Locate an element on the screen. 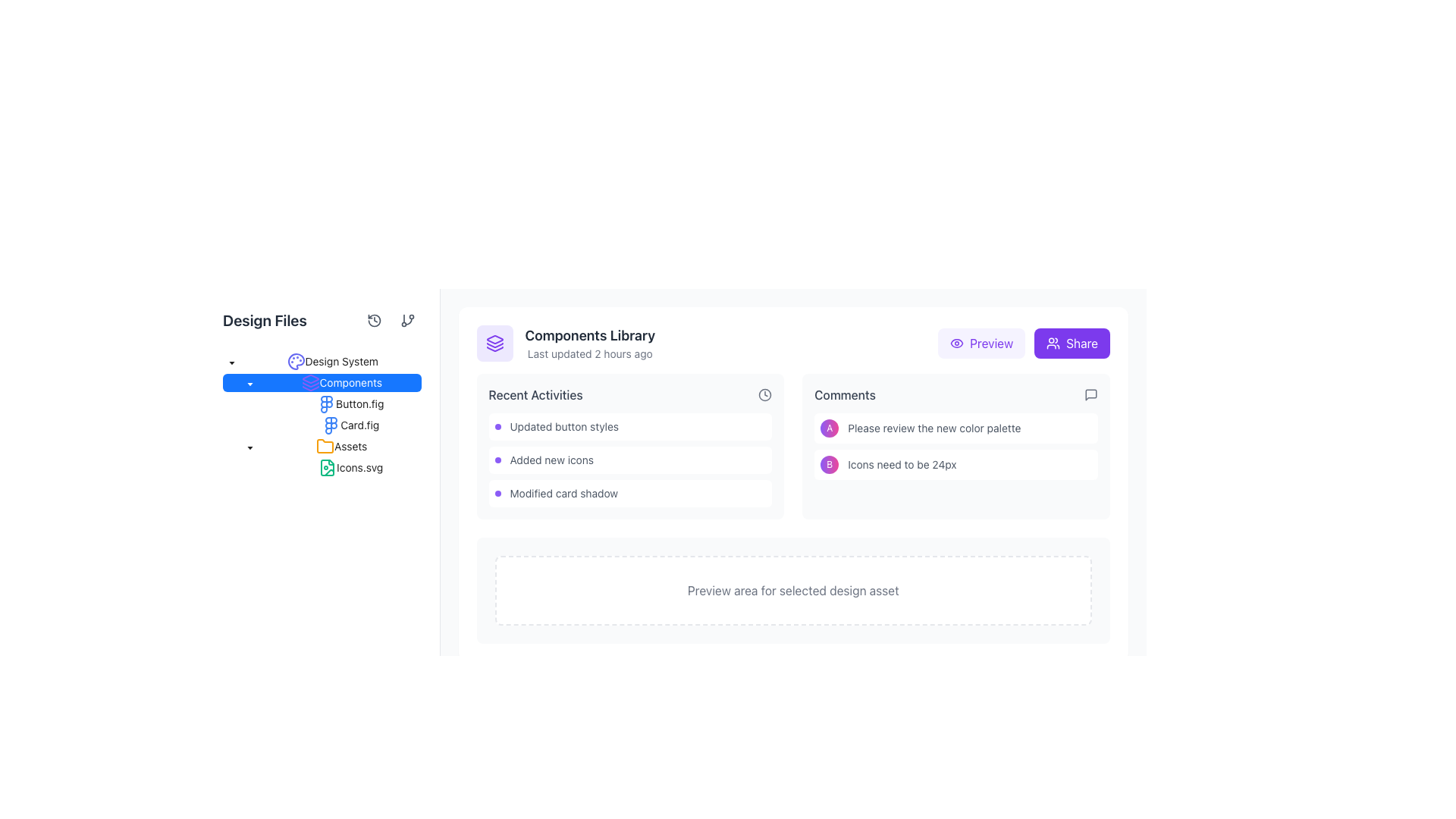  the comments section containing feedback entries 'Please review the new color palette' and 'Icons need to be 24px', located in the right side of the layout below the title 'Comments' is located at coordinates (955, 446).